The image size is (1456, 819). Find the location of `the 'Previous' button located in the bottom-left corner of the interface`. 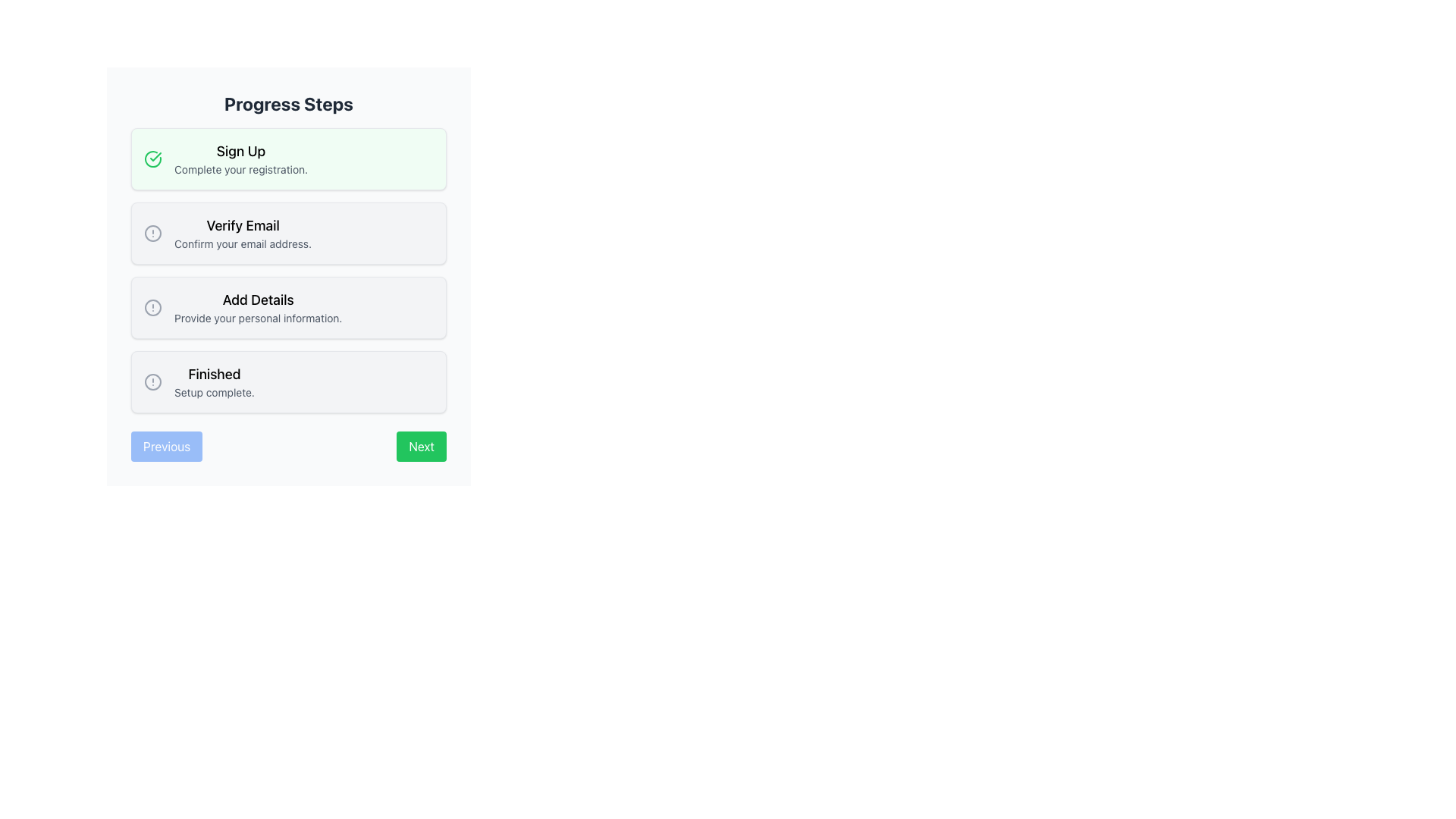

the 'Previous' button located in the bottom-left corner of the interface is located at coordinates (167, 446).